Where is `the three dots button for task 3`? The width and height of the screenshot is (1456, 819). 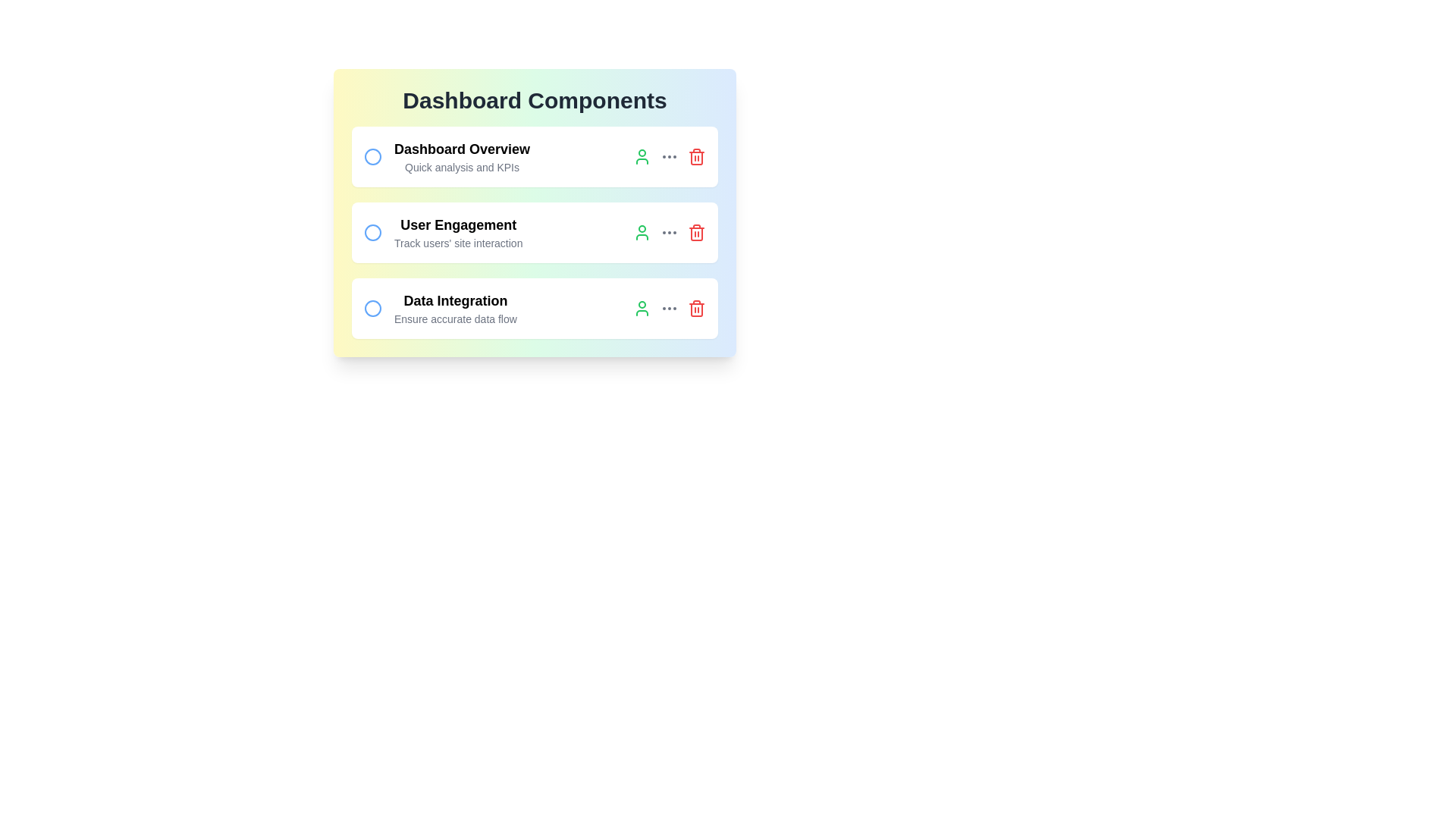 the three dots button for task 3 is located at coordinates (669, 308).